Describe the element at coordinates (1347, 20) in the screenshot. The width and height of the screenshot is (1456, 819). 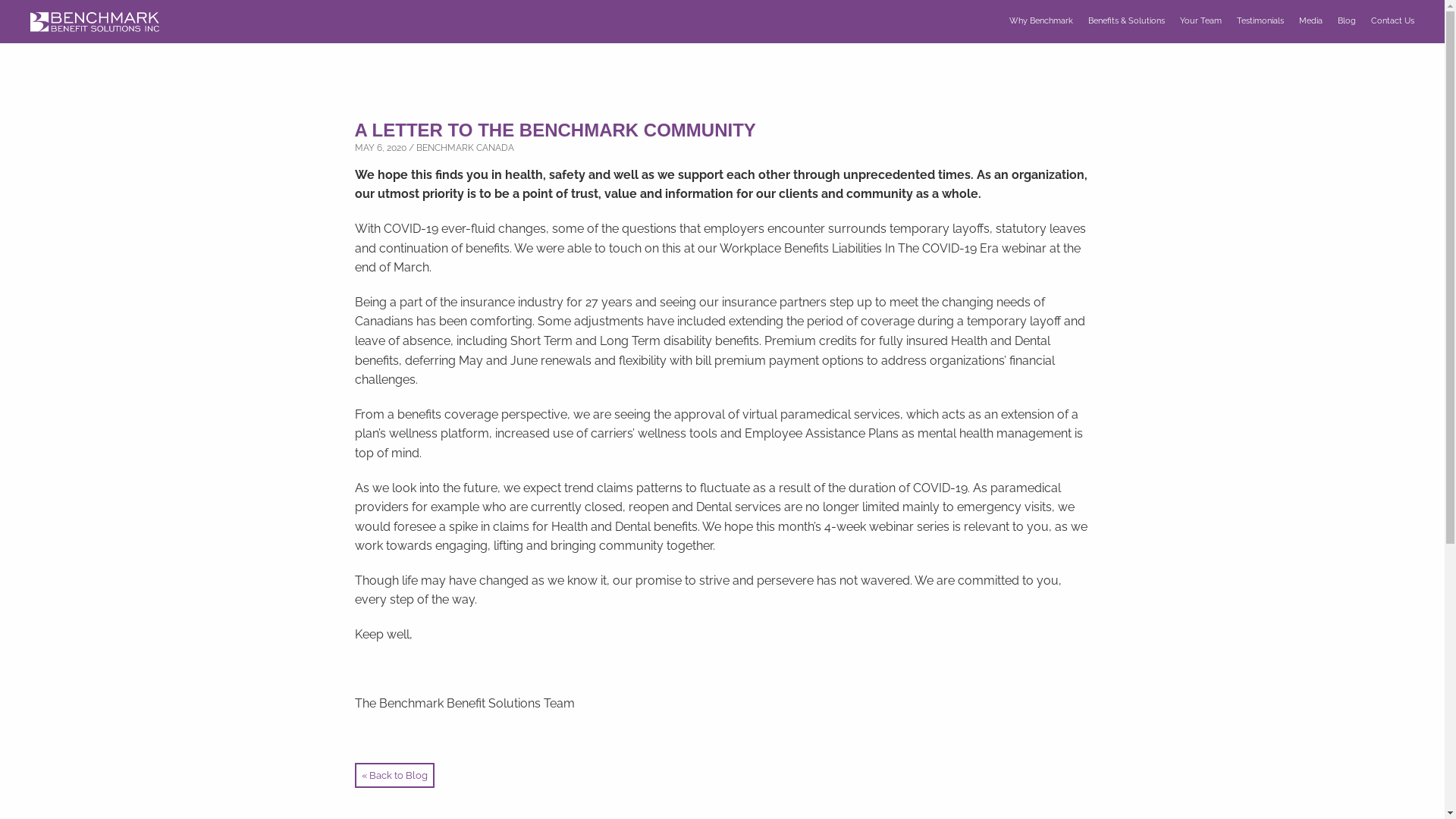
I see `'Blog'` at that location.